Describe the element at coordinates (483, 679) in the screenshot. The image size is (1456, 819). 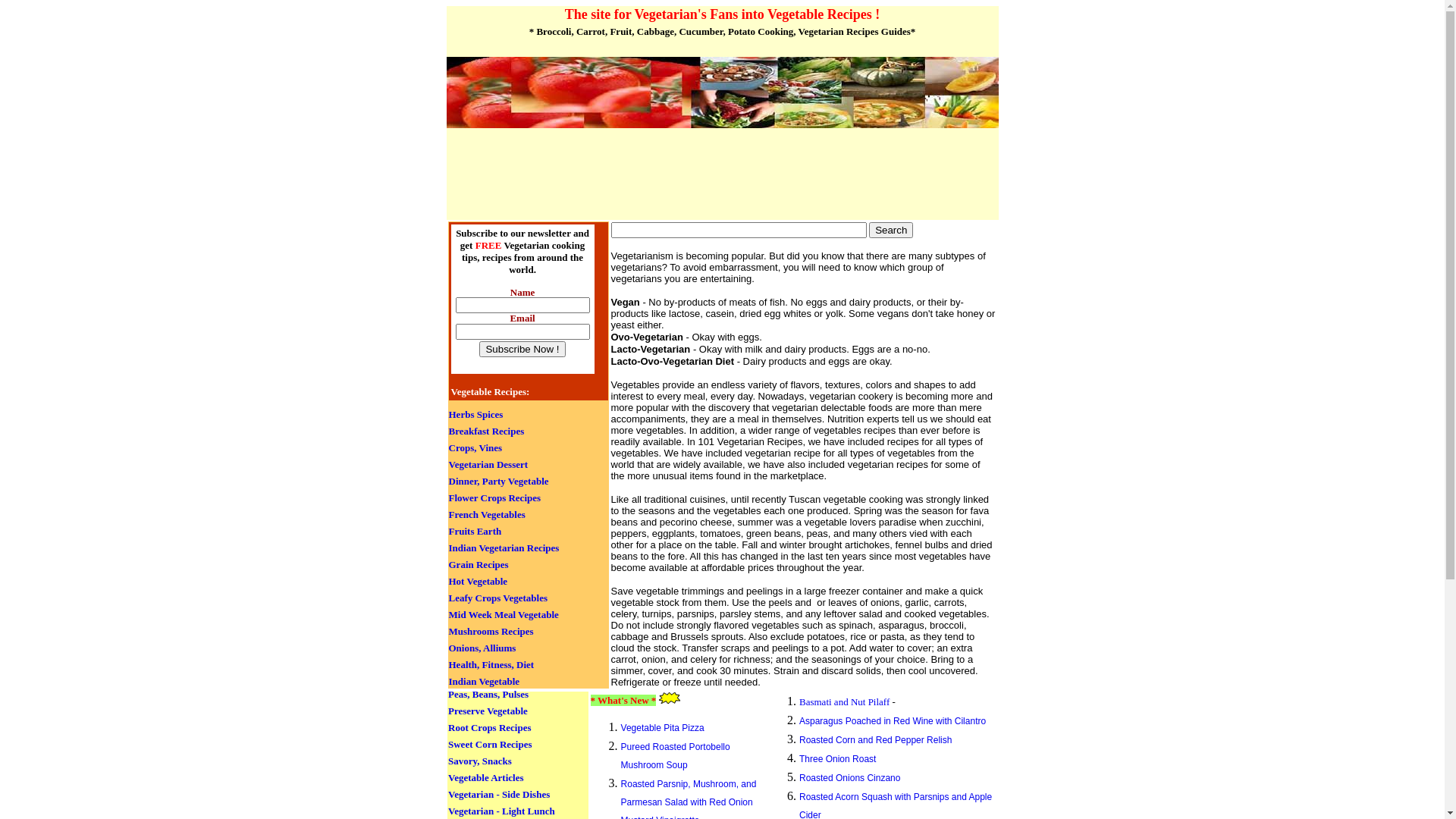
I see `'Indian Vegetable'` at that location.